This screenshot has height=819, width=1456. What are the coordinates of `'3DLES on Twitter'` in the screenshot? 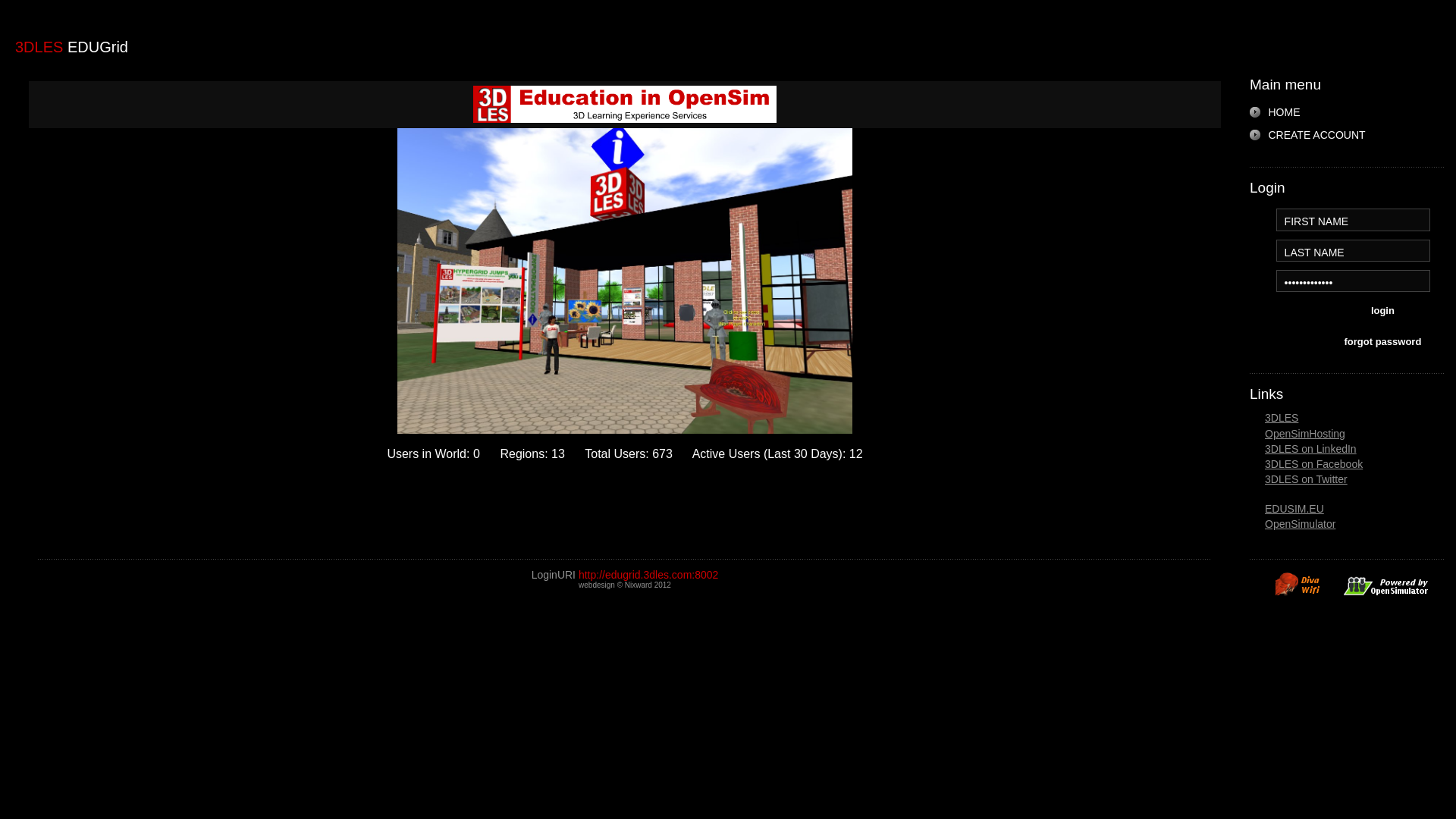 It's located at (1265, 479).